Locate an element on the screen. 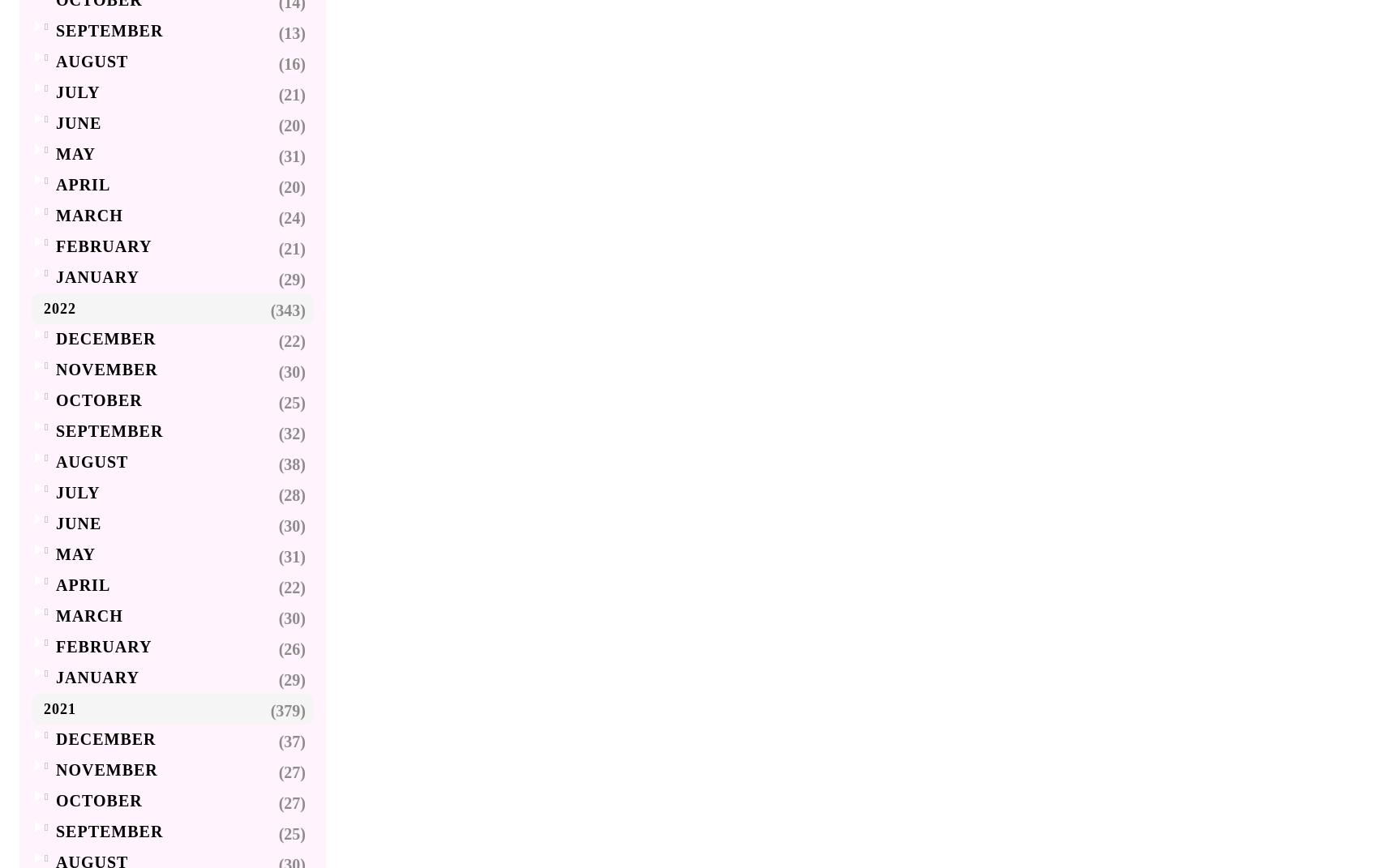 The width and height of the screenshot is (1385, 868). '2021' is located at coordinates (43, 709).